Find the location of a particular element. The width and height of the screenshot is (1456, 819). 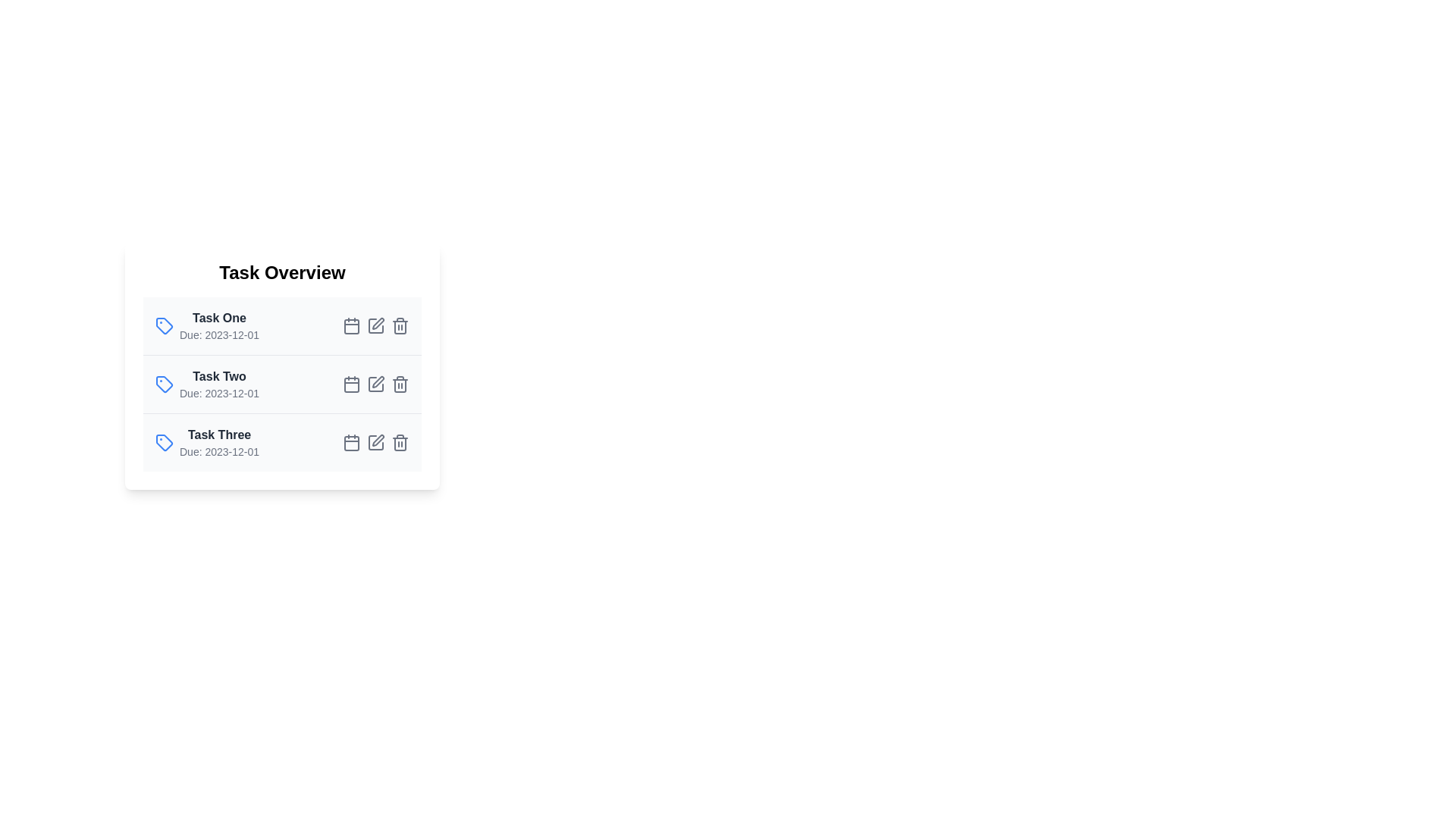

the Inline Edit Button (SVG) adjacent to 'Task Two' to observe the color change from gray to green is located at coordinates (378, 381).